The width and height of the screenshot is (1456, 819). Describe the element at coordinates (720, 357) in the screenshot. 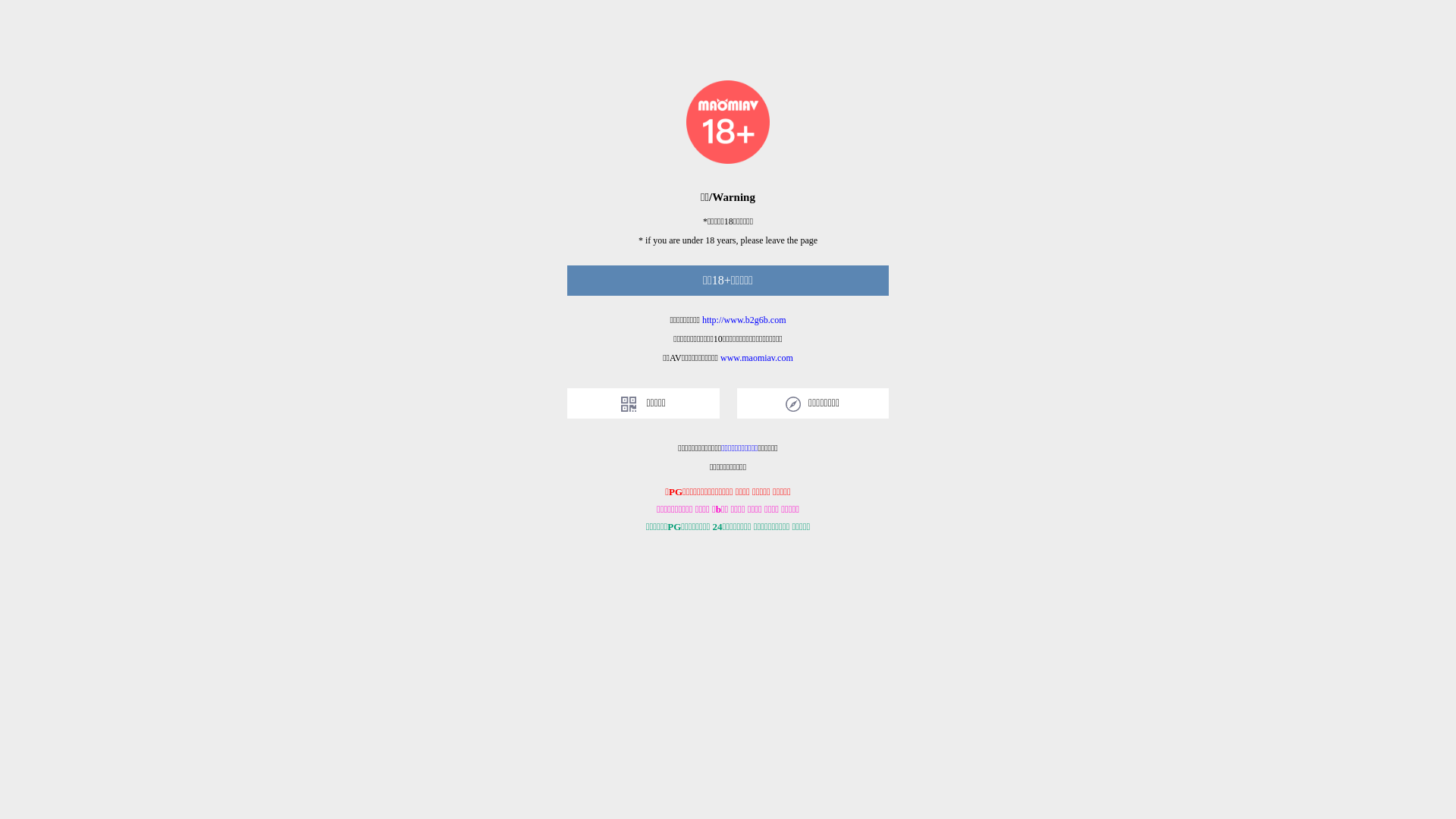

I see `'www.maomiav.com'` at that location.